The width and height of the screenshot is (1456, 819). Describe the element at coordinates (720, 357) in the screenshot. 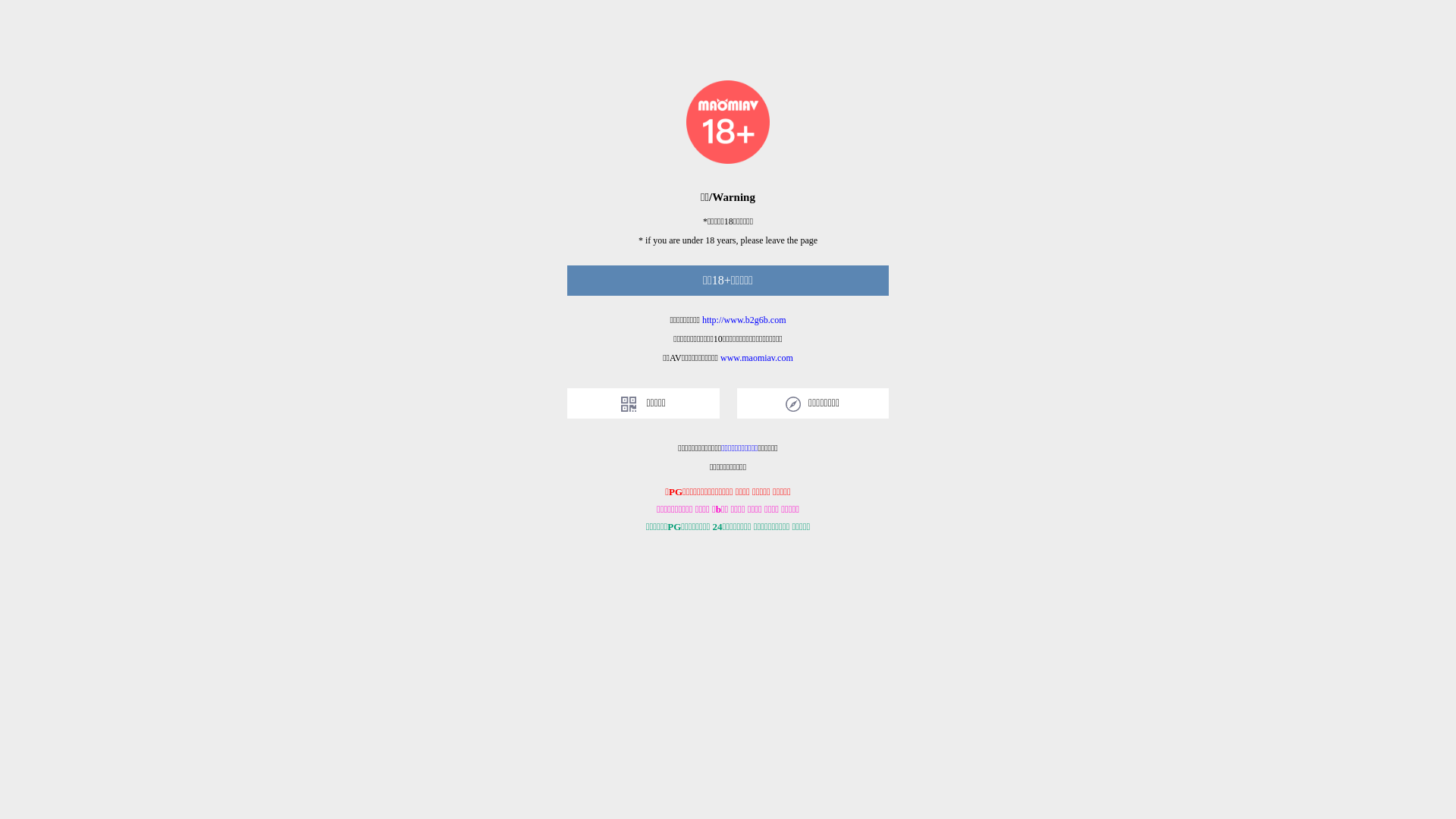

I see `'www.maomiav.com'` at that location.